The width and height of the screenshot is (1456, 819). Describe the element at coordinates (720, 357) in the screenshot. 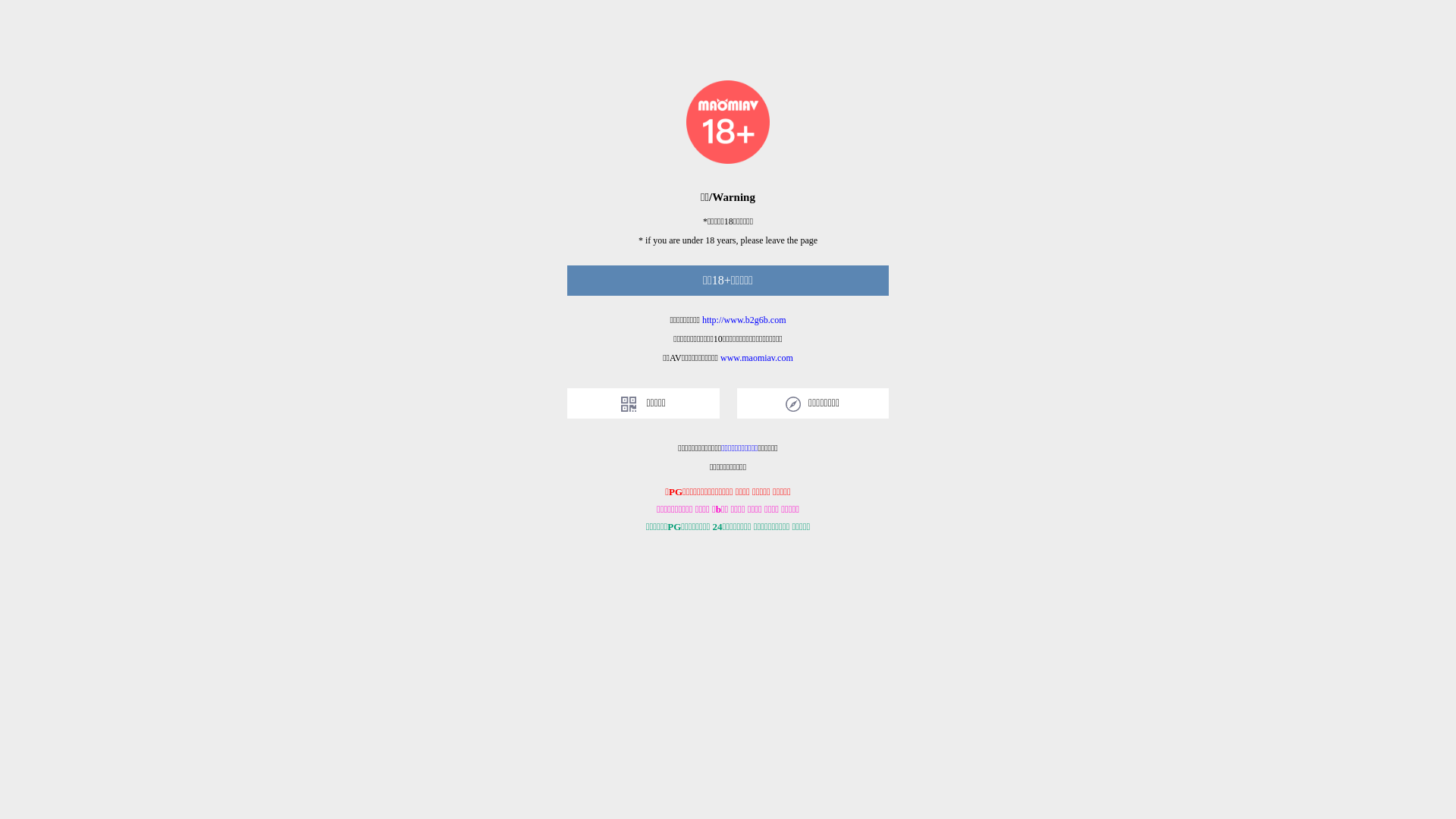

I see `'www.maomiav.com'` at that location.